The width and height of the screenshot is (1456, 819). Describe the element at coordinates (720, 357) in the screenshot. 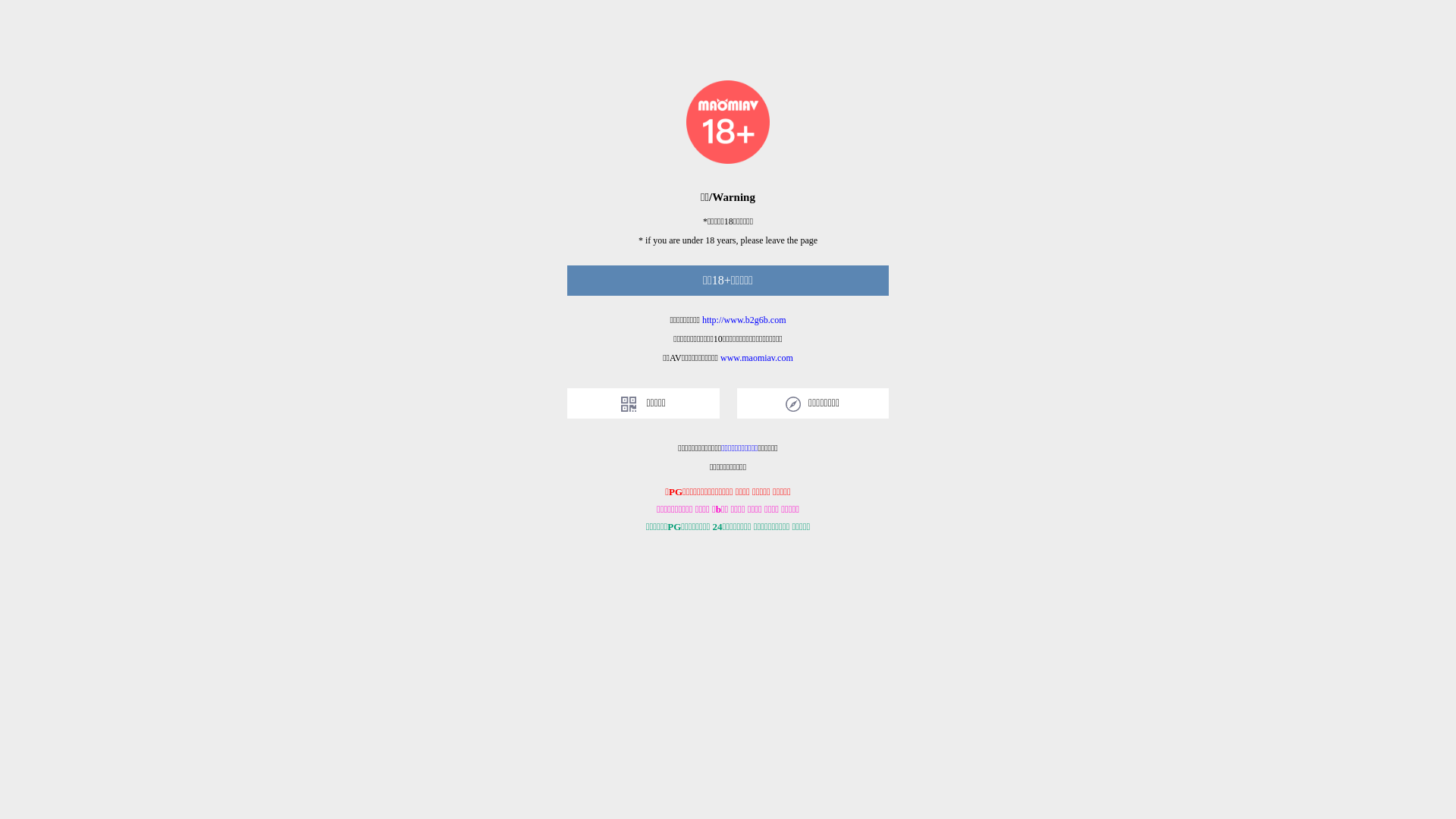

I see `'www.maomiav.com'` at that location.